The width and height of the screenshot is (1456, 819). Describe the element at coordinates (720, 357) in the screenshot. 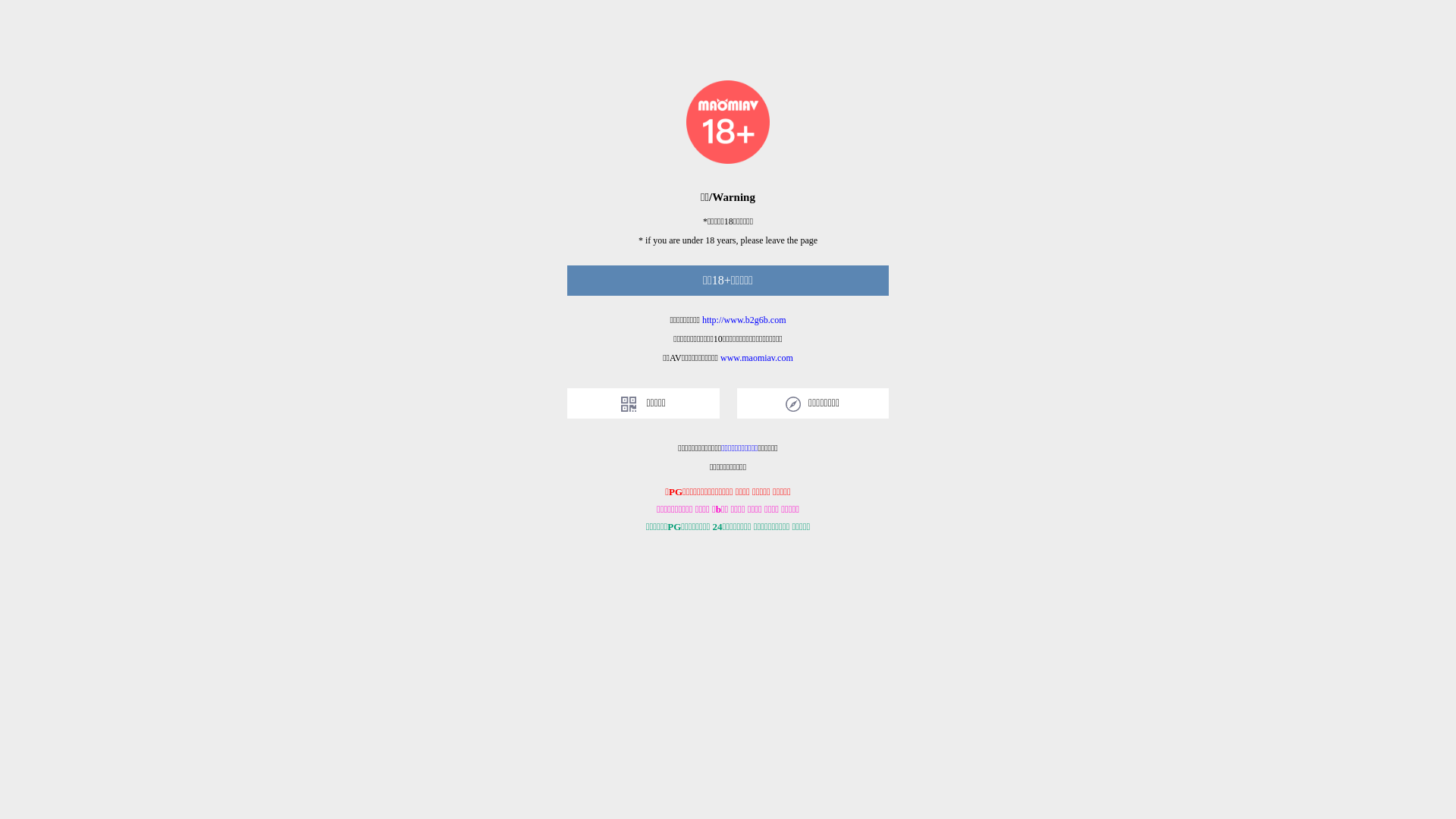

I see `'www.maomiav.com'` at that location.